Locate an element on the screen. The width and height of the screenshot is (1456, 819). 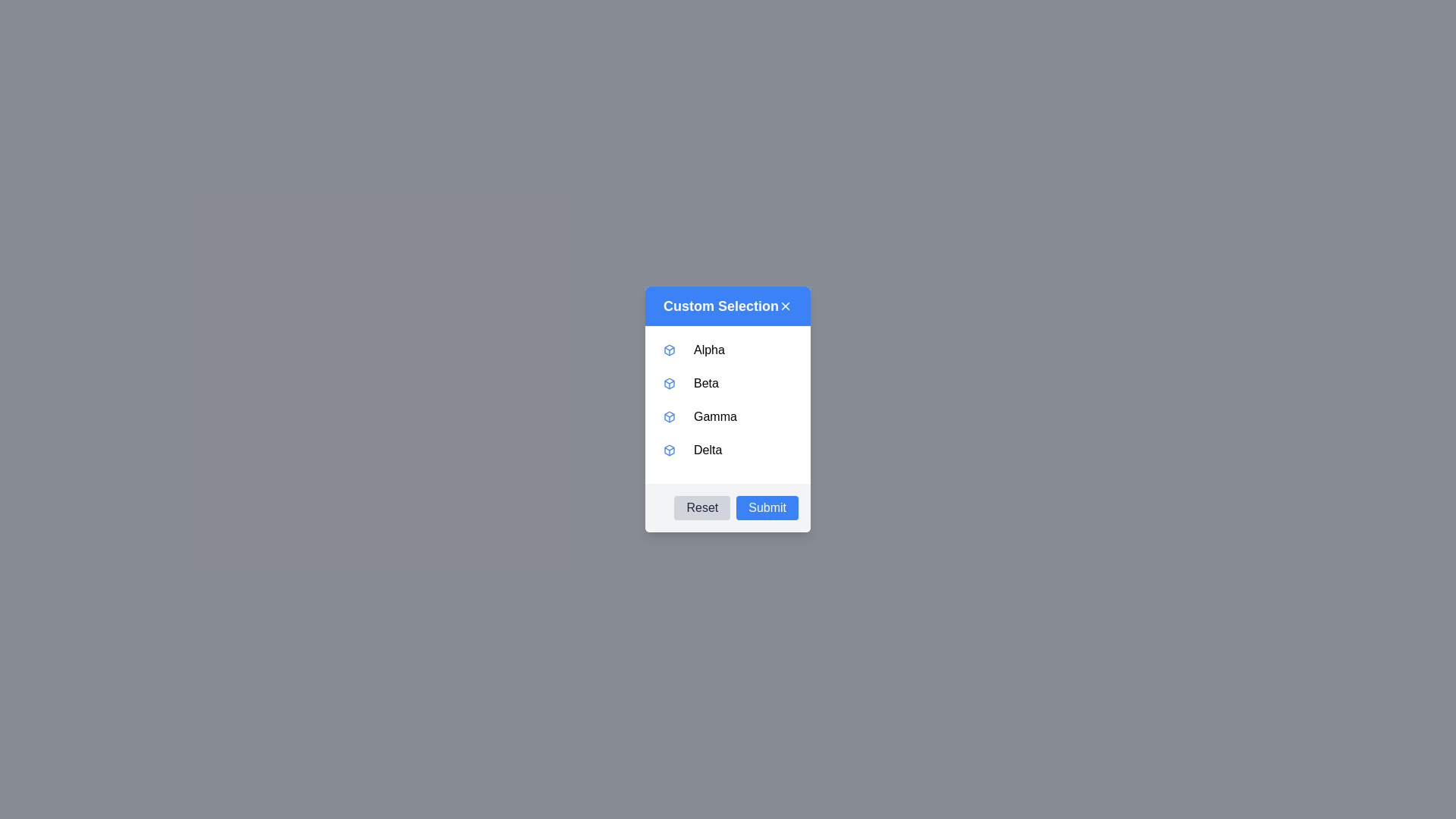
the text label displaying 'Alpha' which is the first item in the vertical list within the 'Custom Selection' dialog is located at coordinates (708, 350).